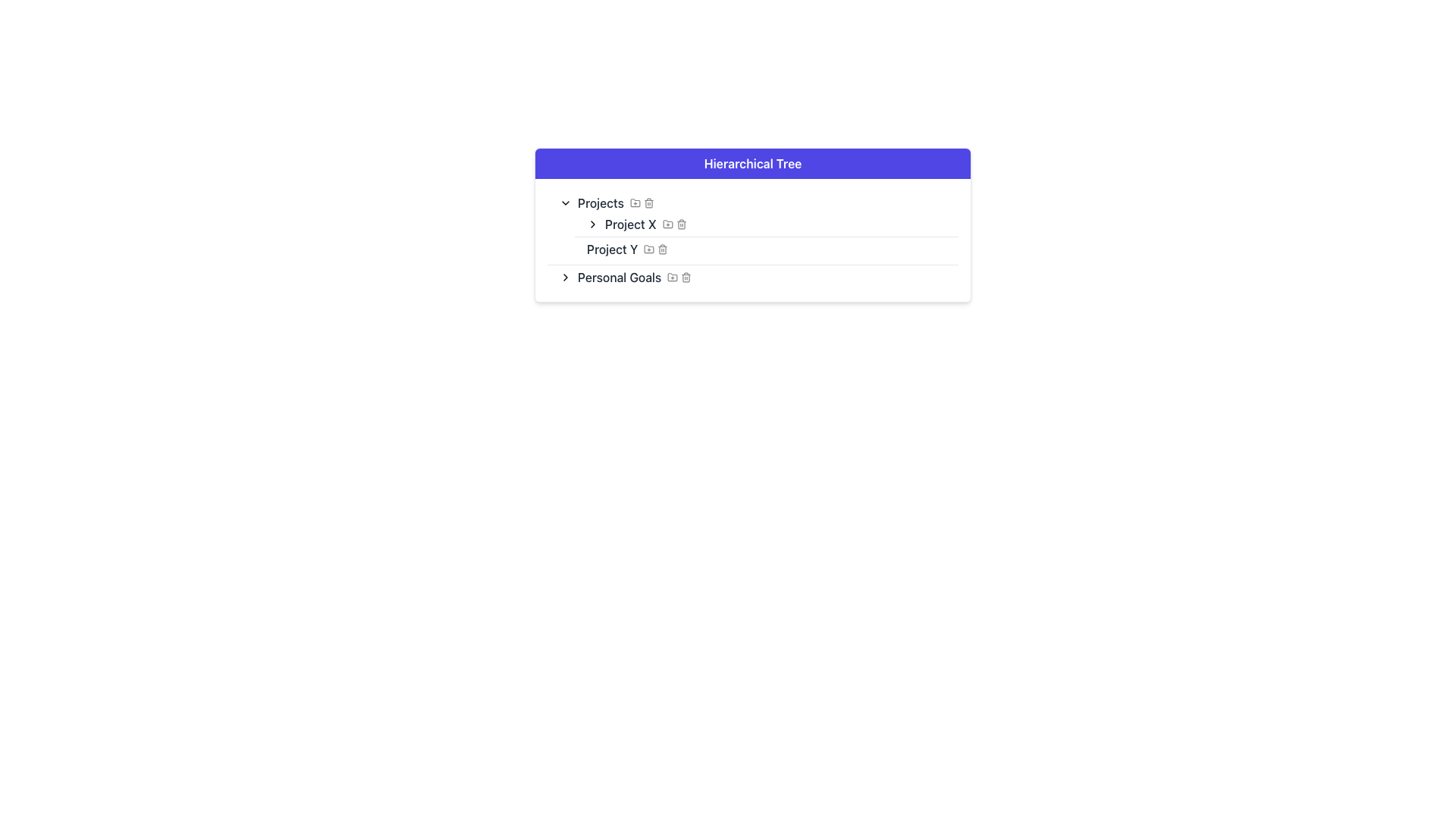  Describe the element at coordinates (686, 278) in the screenshot. I see `the trash bin icon located next to the 'Personal Goals' text in the hierarchical tree interface` at that location.